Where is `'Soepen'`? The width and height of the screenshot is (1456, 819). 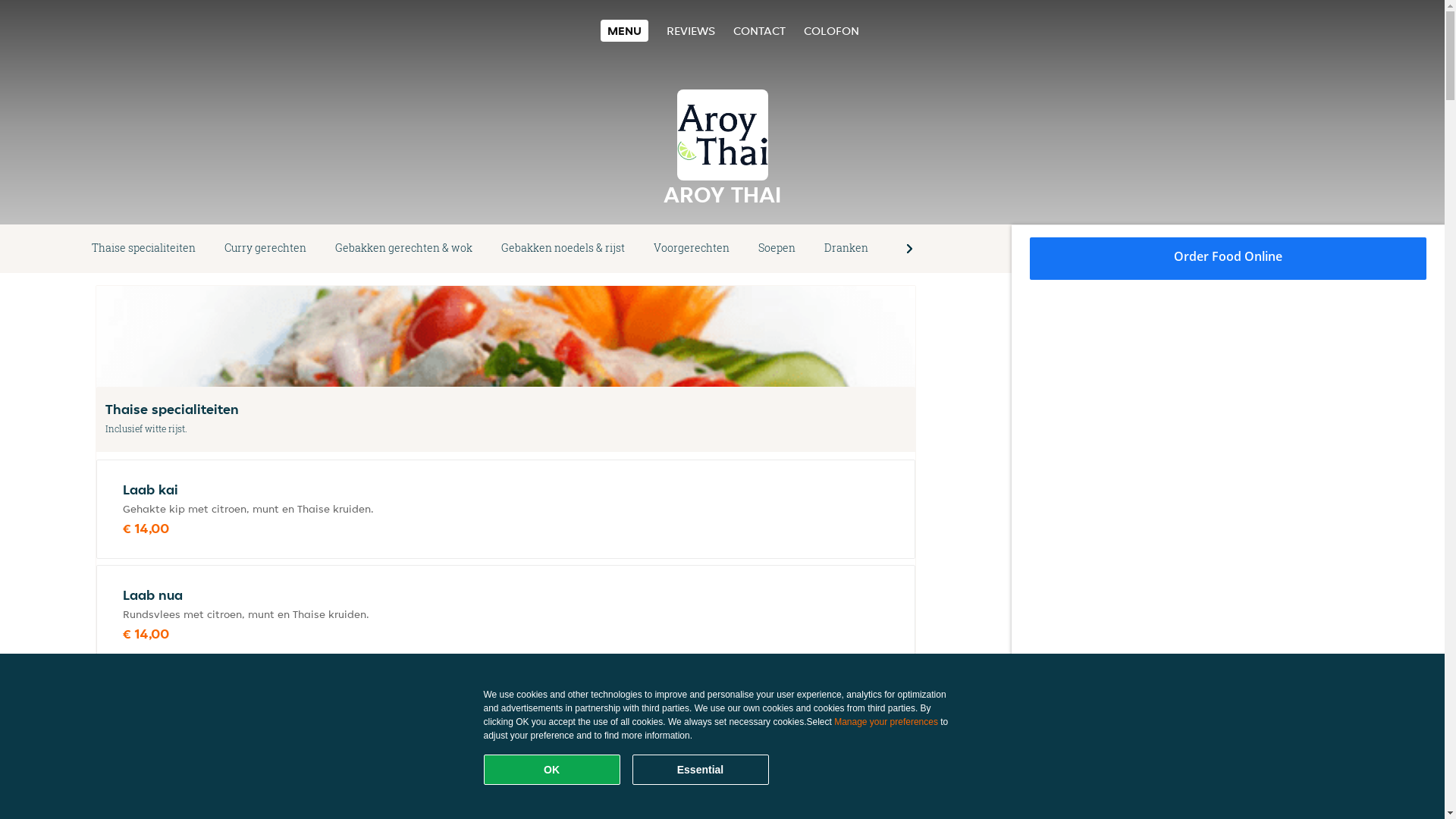
'Soepen' is located at coordinates (777, 247).